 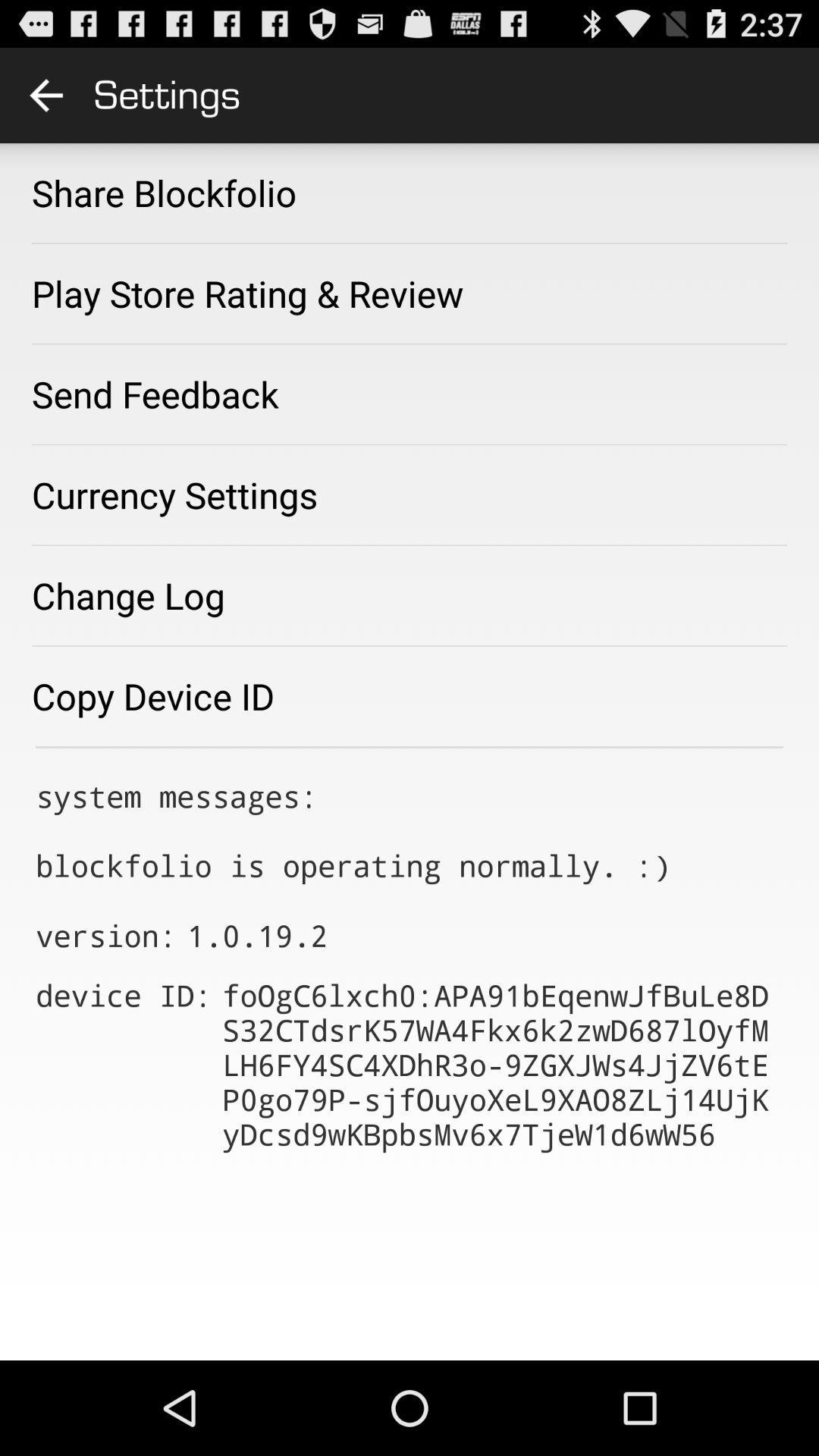 I want to click on the item above change log app, so click(x=174, y=494).